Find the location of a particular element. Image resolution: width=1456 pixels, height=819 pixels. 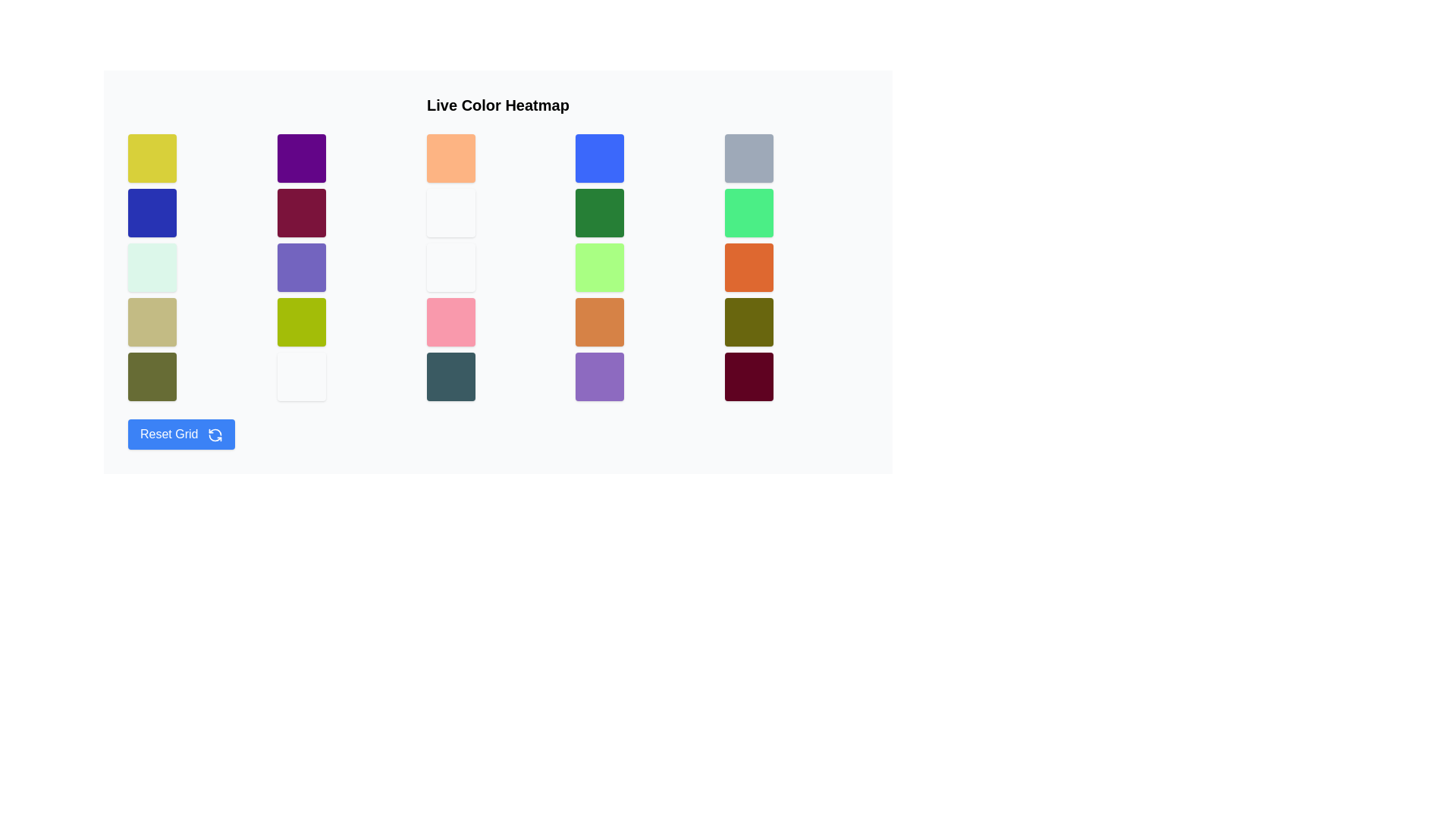

the square visual placeholder located in the third column and third row of the grid layout, which has a white background and rounded corners is located at coordinates (450, 267).